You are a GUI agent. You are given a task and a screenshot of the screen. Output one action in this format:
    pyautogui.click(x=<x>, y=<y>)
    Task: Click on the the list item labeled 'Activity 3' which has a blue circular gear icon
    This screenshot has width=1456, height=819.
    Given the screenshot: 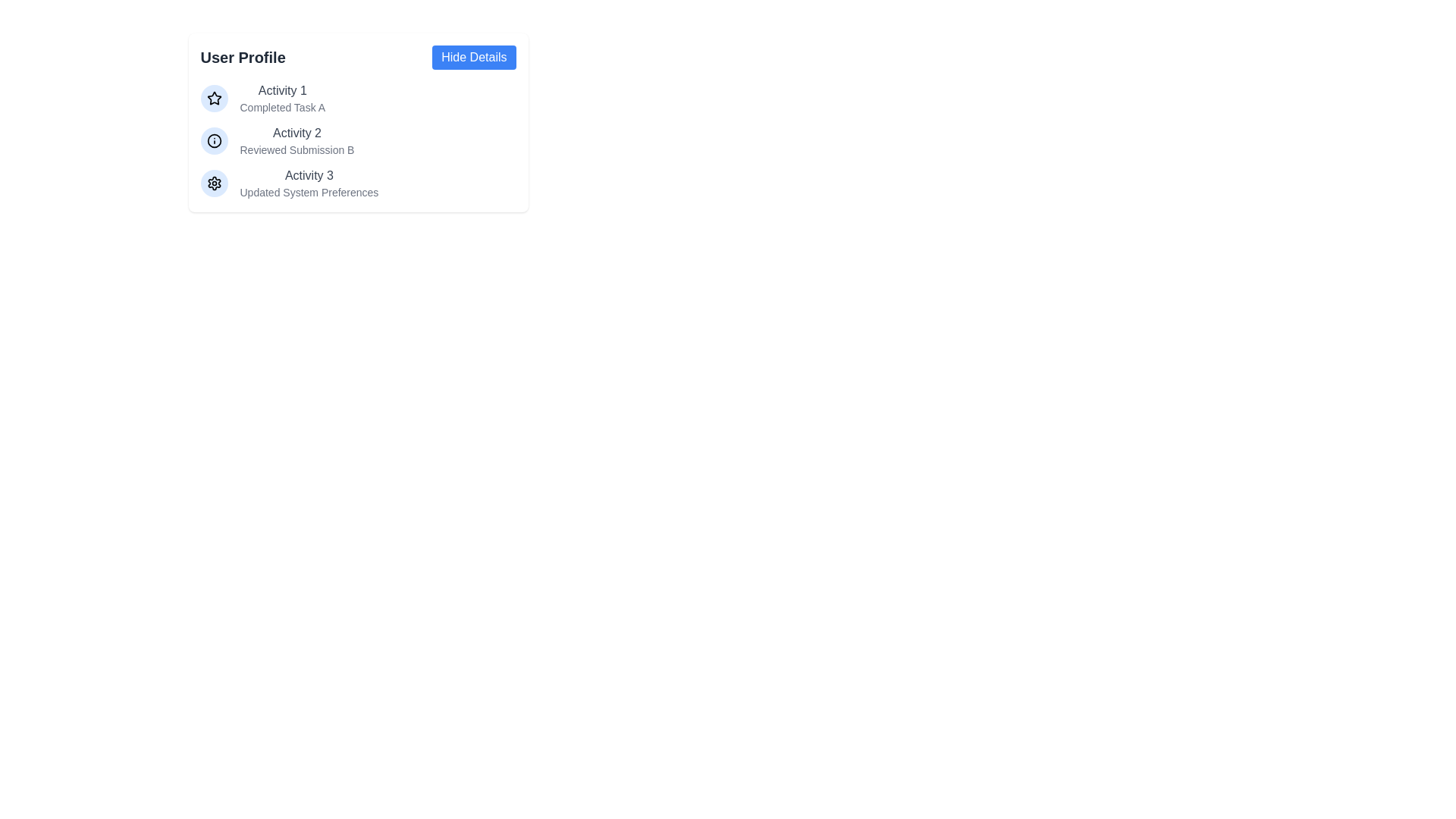 What is the action you would take?
    pyautogui.click(x=357, y=183)
    